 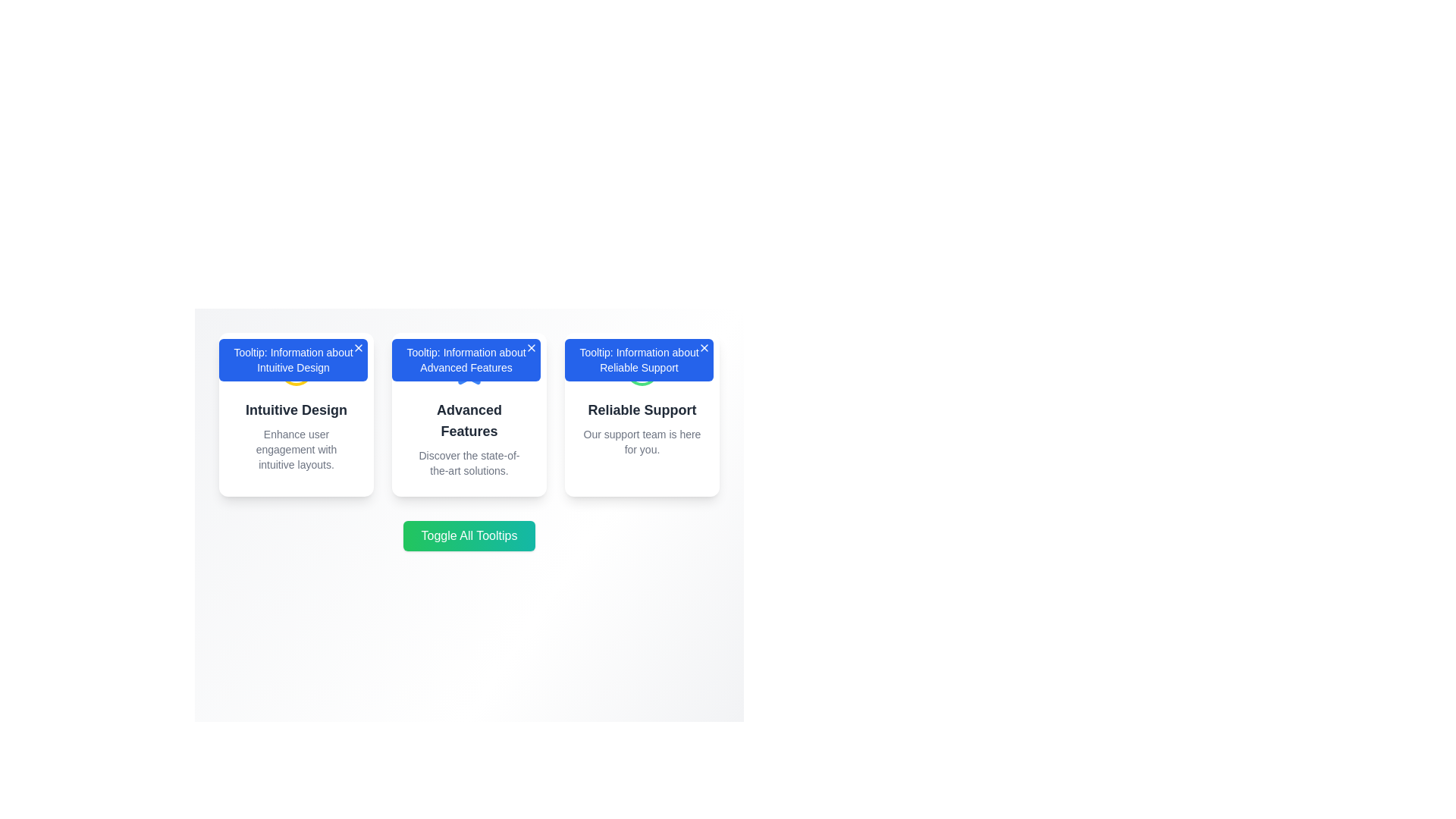 I want to click on the tooltip of the Informational card titled 'Intuitive Design', which is located in the leftmost column of a three-column layout, so click(x=296, y=415).